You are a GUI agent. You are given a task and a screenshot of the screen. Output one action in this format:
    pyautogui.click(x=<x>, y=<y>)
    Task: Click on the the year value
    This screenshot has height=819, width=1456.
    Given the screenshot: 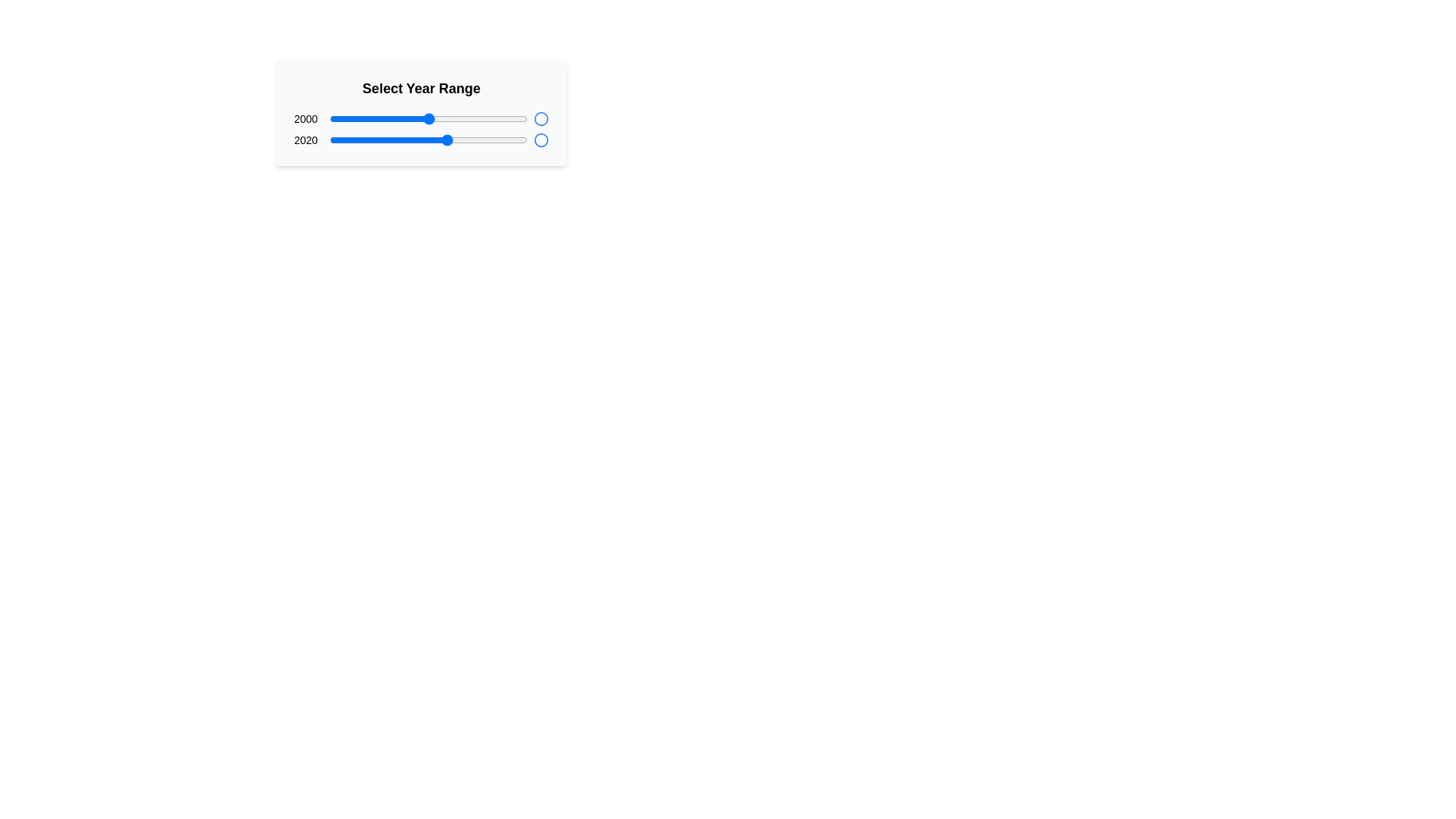 What is the action you would take?
    pyautogui.click(x=513, y=140)
    